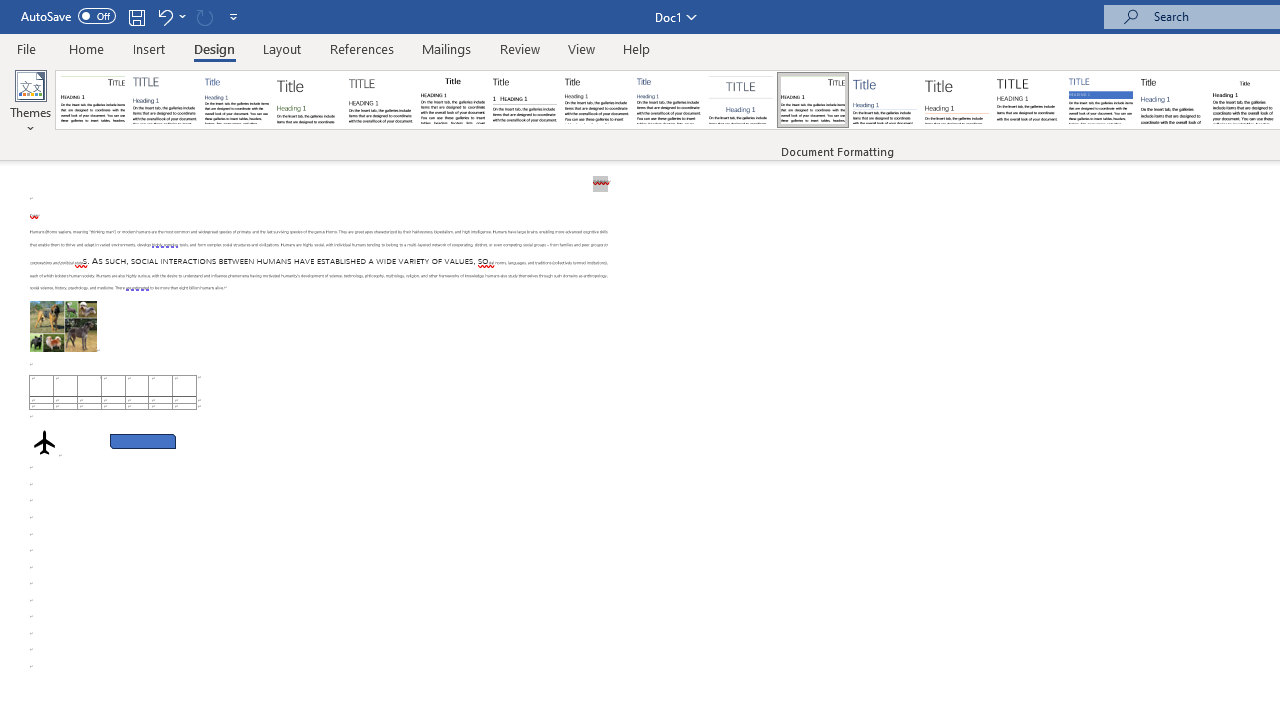 This screenshot has height=720, width=1280. I want to click on 'Black & White (Capitalized)', so click(381, 100).